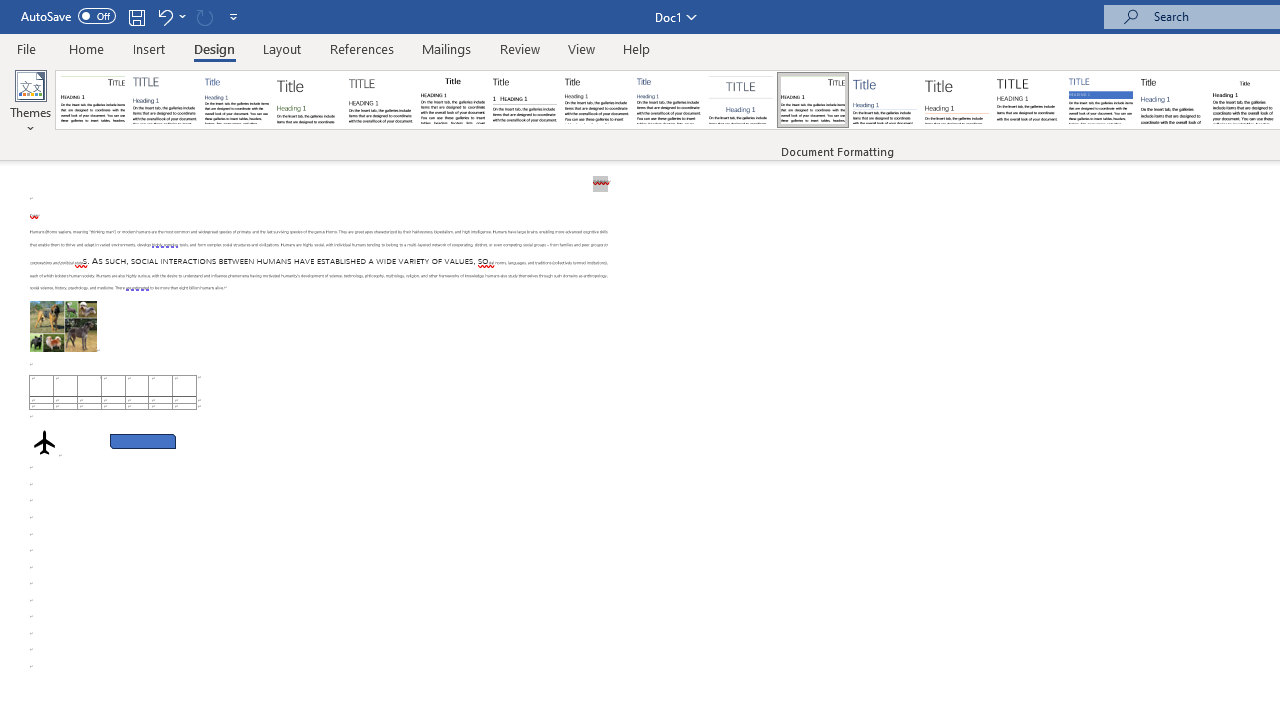 This screenshot has height=720, width=1280. I want to click on 'Black & White (Capitalized)', so click(381, 100).